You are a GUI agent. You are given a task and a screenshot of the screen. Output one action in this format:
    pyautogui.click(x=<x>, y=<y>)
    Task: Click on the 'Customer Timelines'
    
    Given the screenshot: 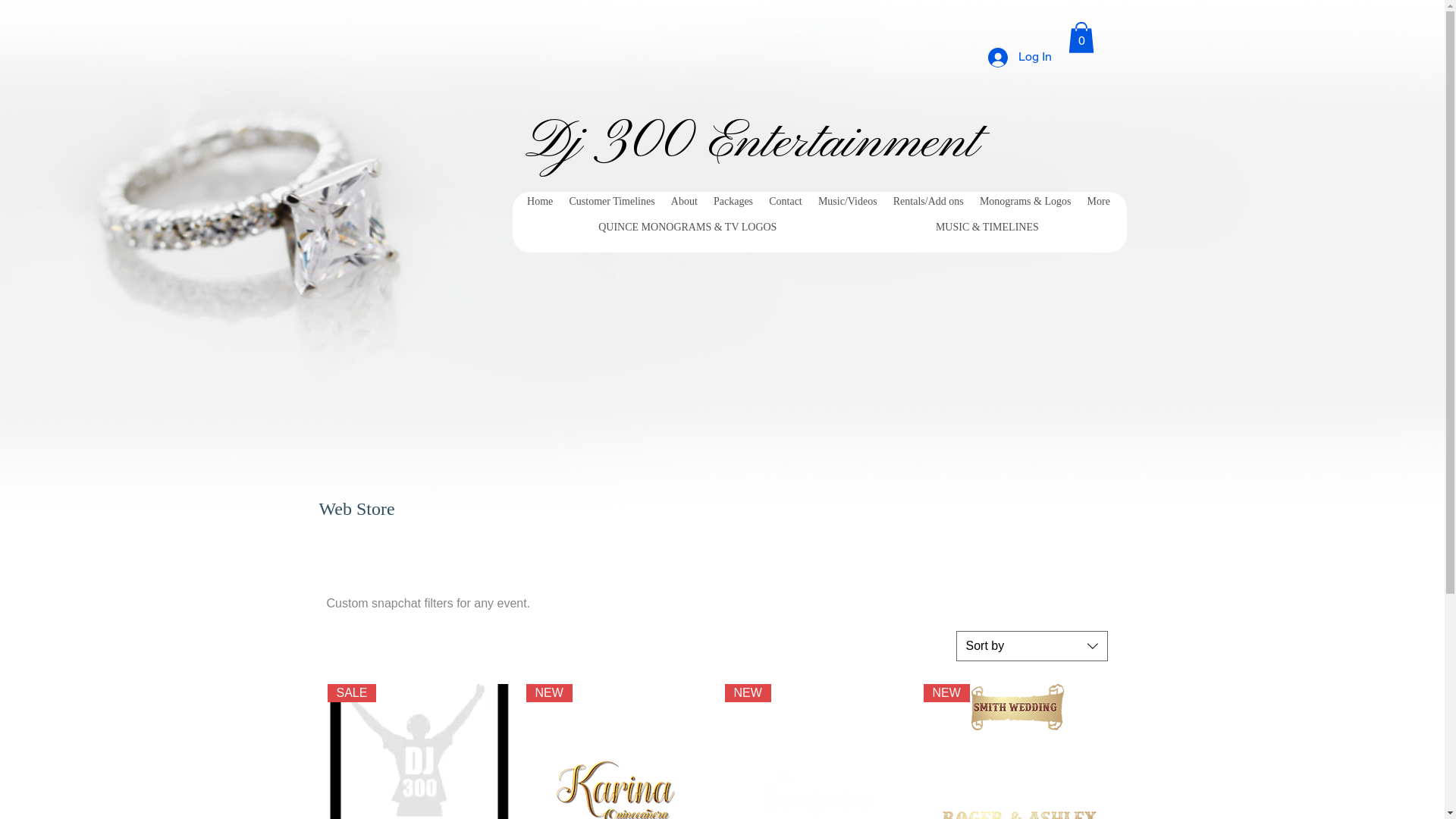 What is the action you would take?
    pyautogui.click(x=560, y=201)
    